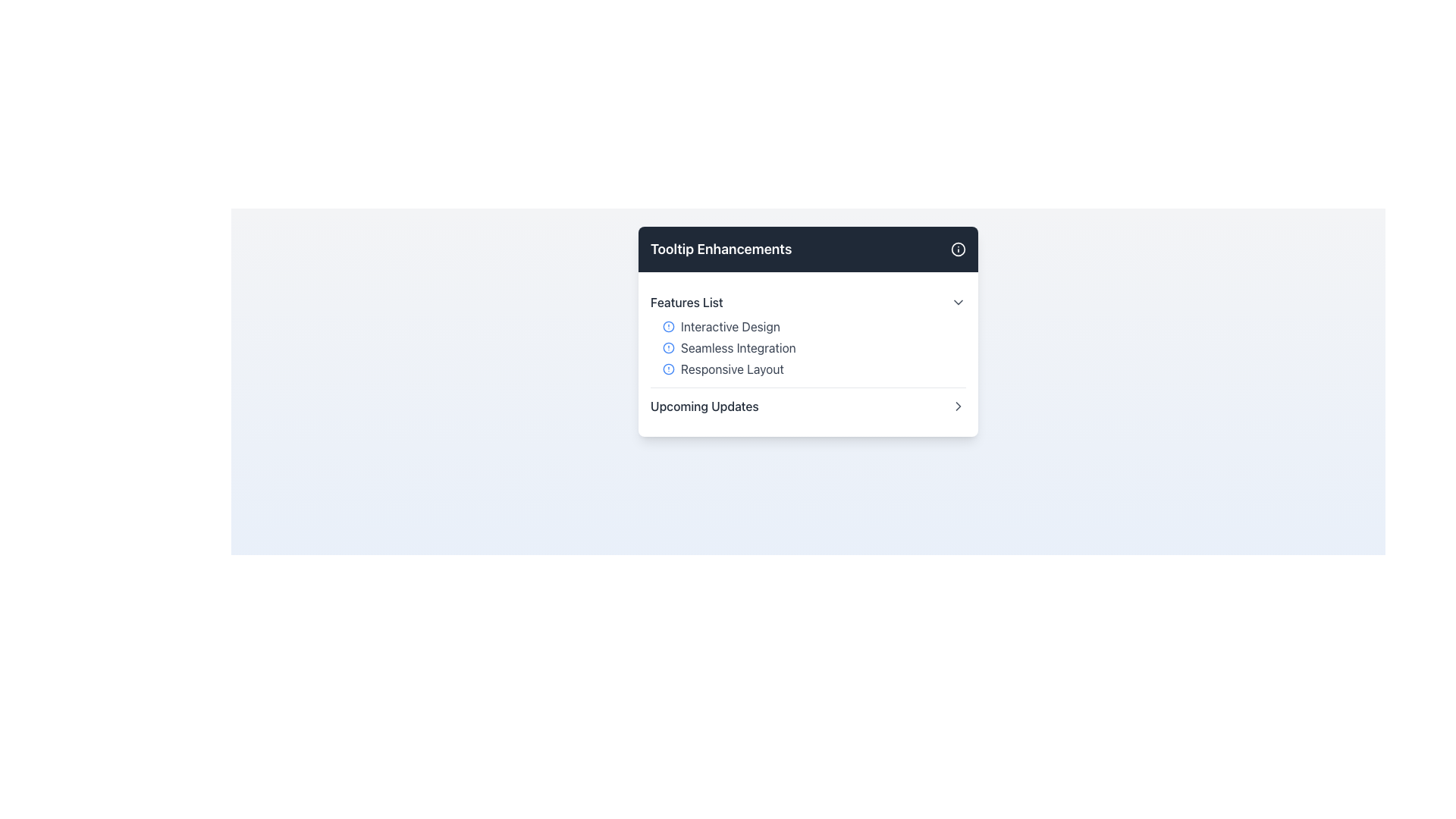 This screenshot has height=819, width=1456. I want to click on the alert icon associated with the 'Seamless Integration' feature, located to the left of the text in the feature list, so click(668, 348).